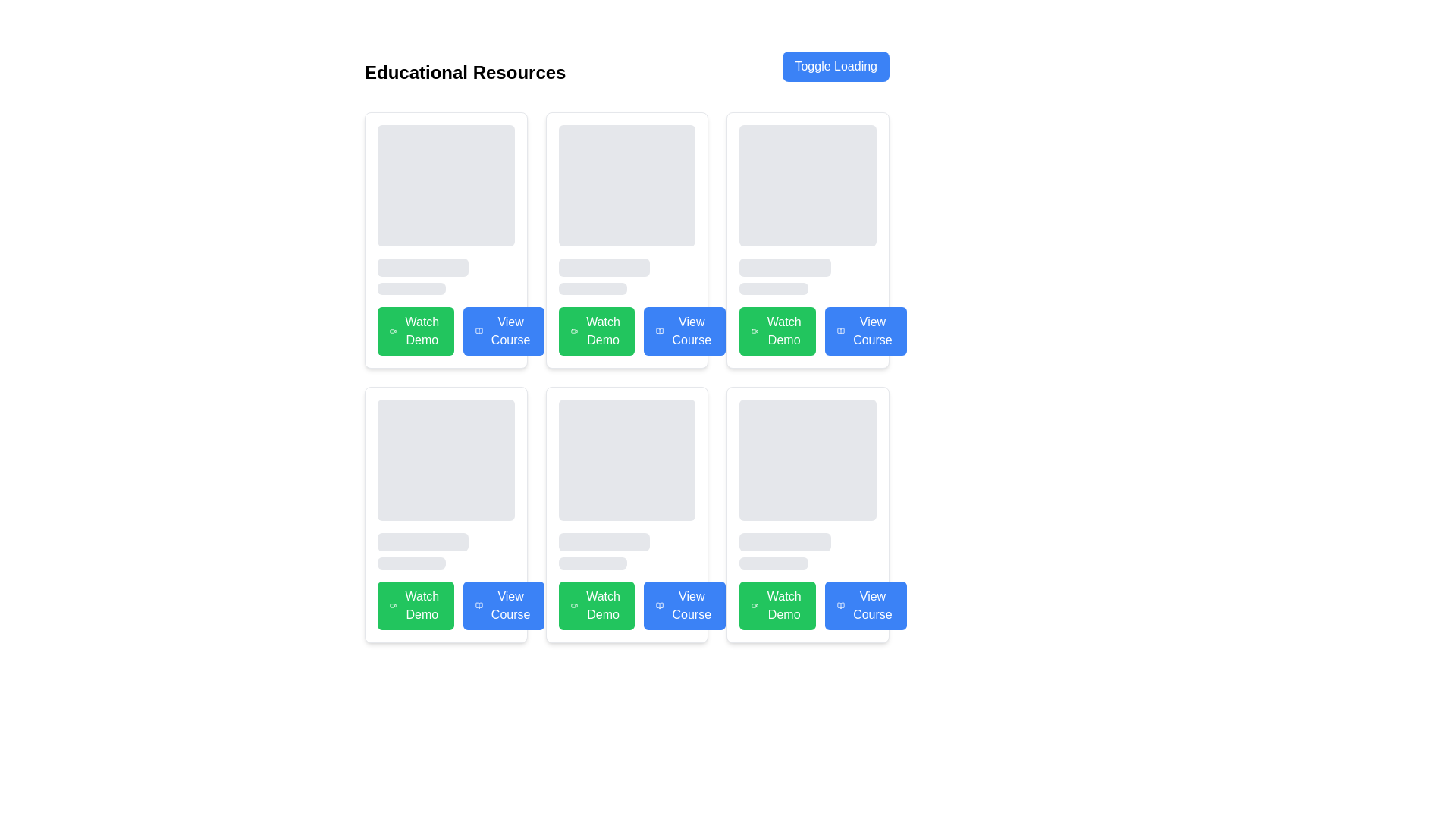 The image size is (1456, 819). I want to click on the video camera icon located on the left side of the green button labeled 'Watch Demo' in the third card of the top row of the cards grid, so click(755, 330).